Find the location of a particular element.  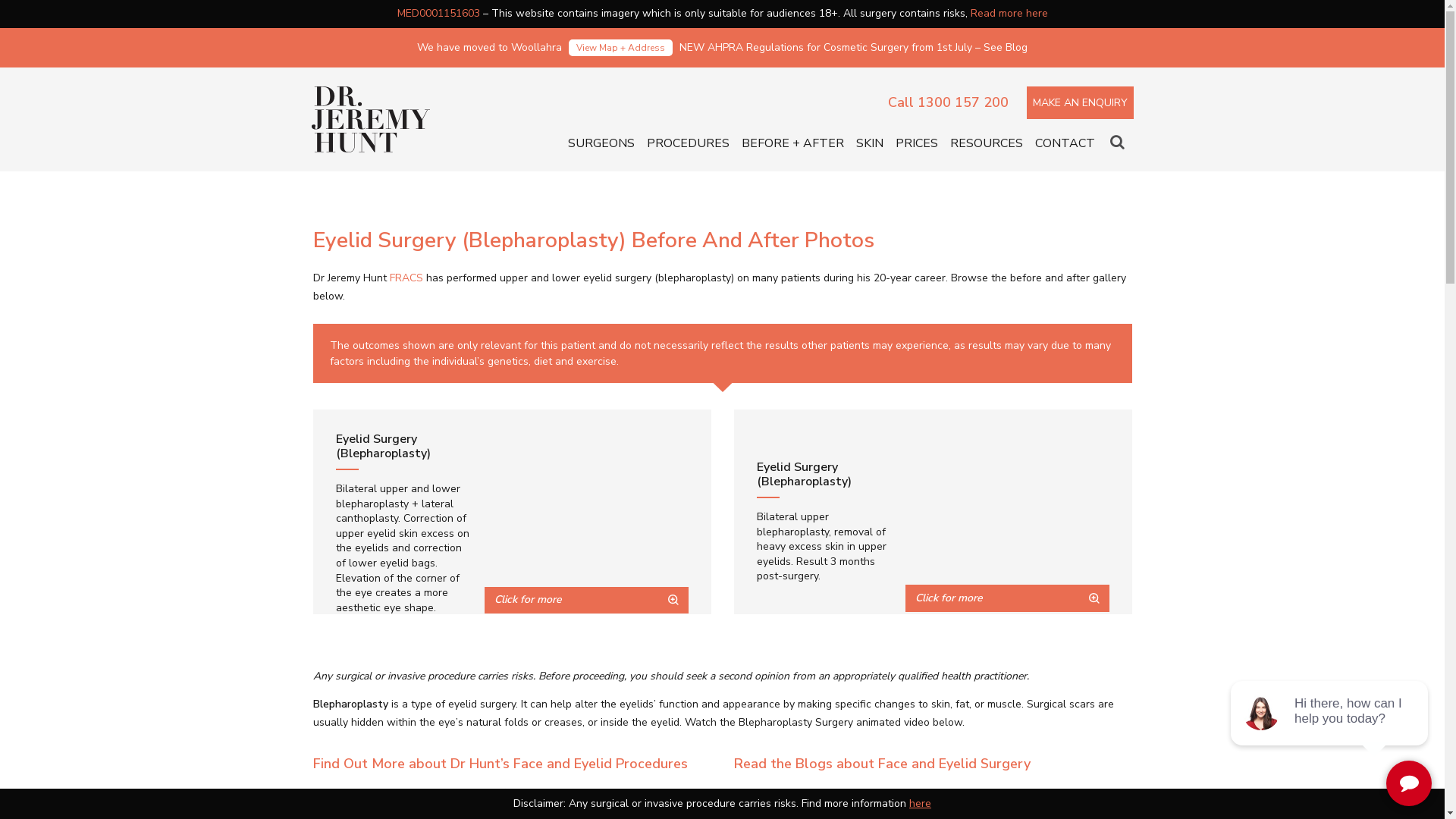

'MED0001151603' is located at coordinates (438, 13).